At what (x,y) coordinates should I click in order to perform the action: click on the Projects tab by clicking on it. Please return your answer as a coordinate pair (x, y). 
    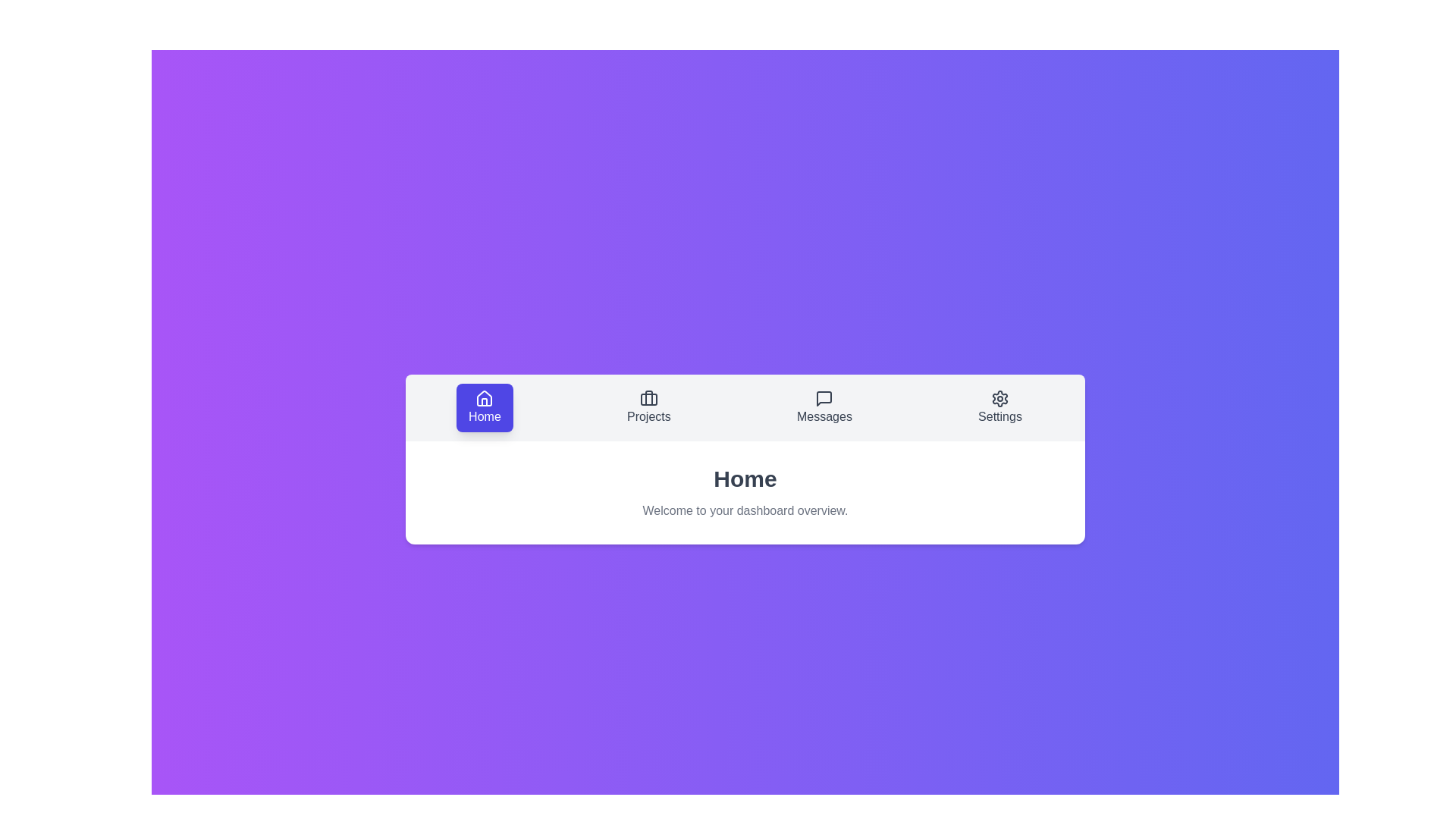
    Looking at the image, I should click on (648, 406).